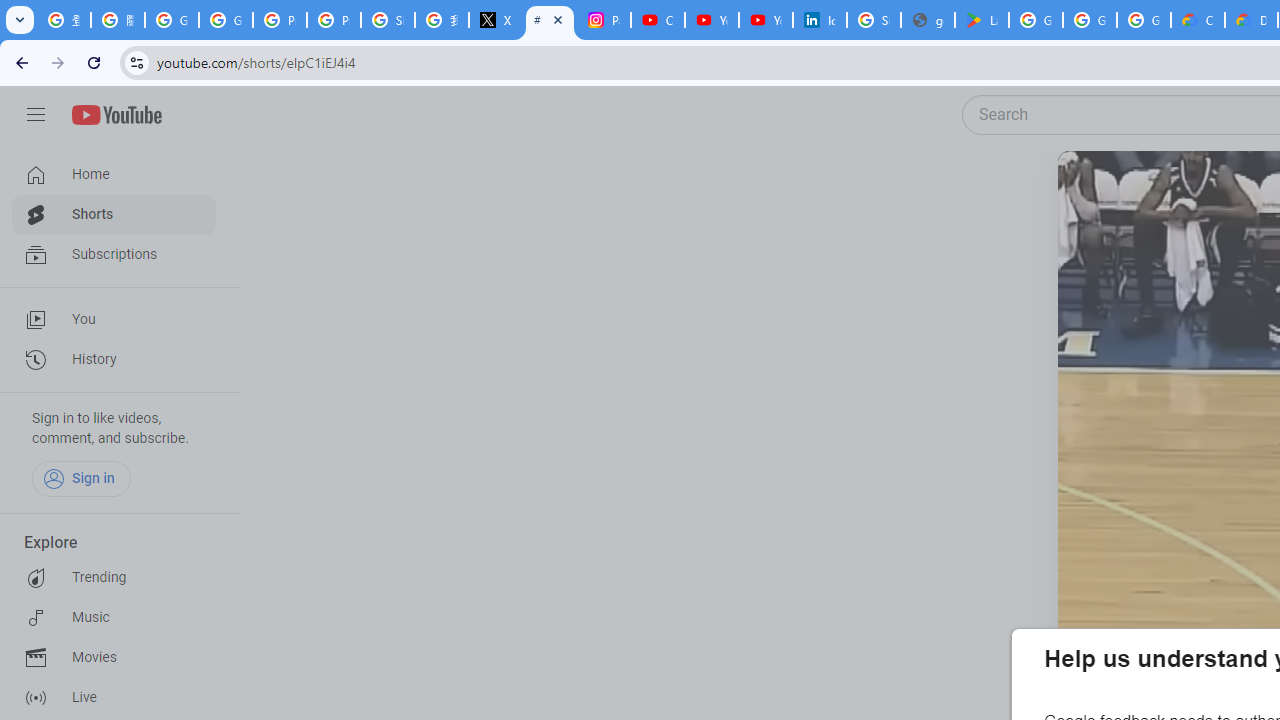 This screenshot has width=1280, height=720. What do you see at coordinates (550, 20) in the screenshot?
I see `'#nbabasketballhighlights - YouTube'` at bounding box center [550, 20].